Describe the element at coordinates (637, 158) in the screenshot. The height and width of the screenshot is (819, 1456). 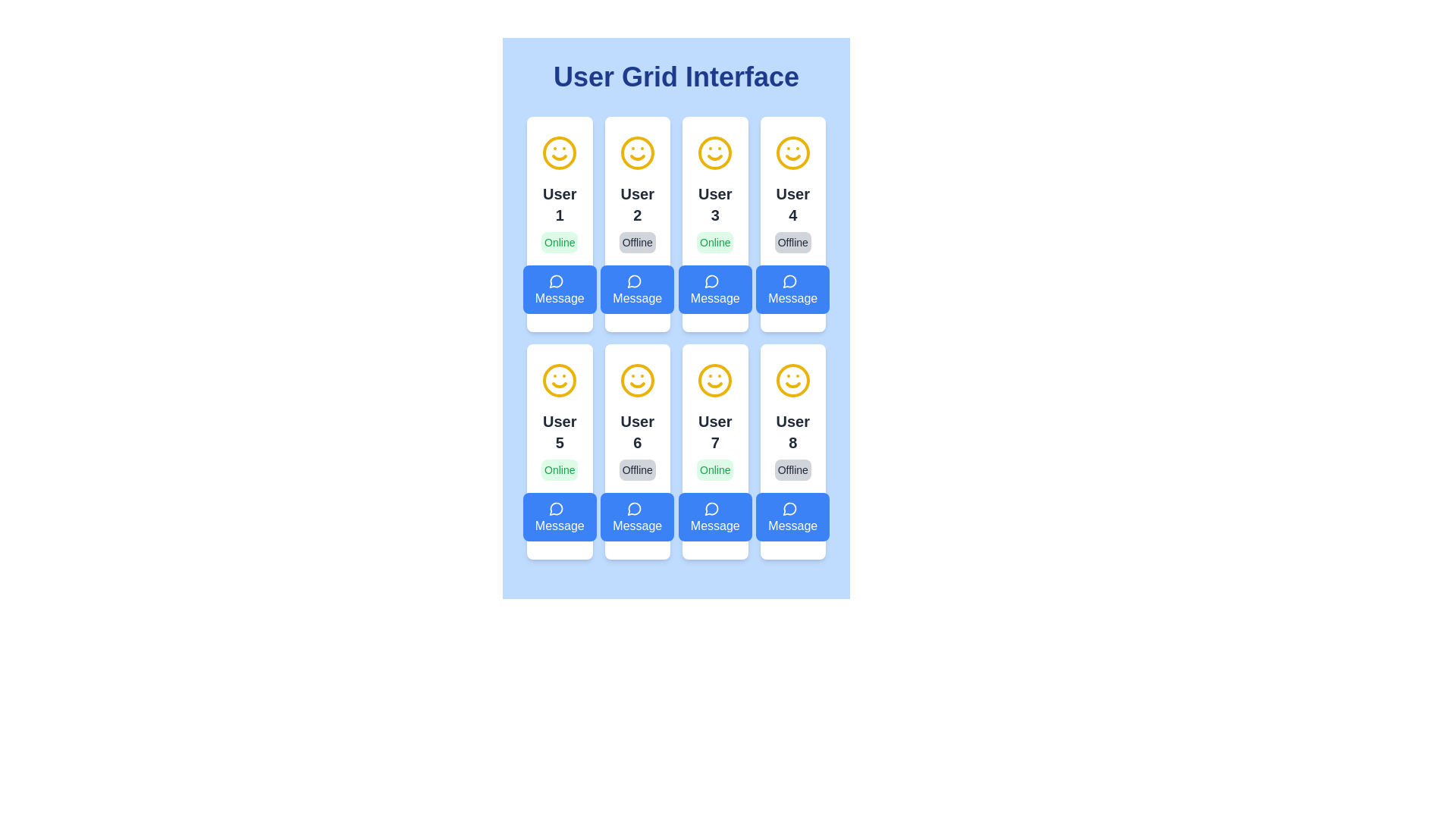
I see `the mouth of the smiling face icon, which is located in the second column of the top row within a grid layout, to convey a cheerful mood` at that location.